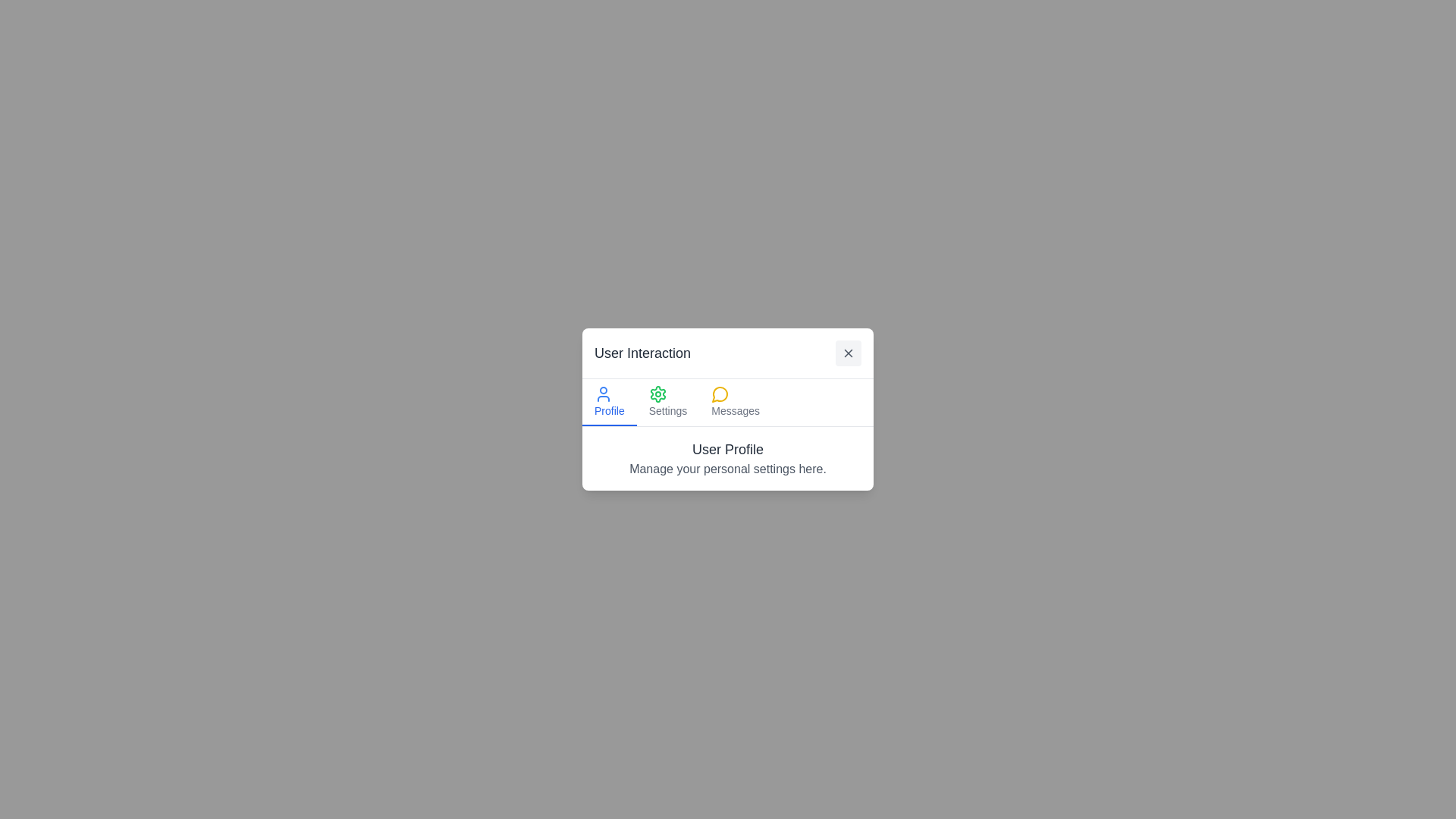  Describe the element at coordinates (847, 353) in the screenshot. I see `the Close Button located at the top-right corner of the dialog box titled 'User Interaction' to change its background color` at that location.